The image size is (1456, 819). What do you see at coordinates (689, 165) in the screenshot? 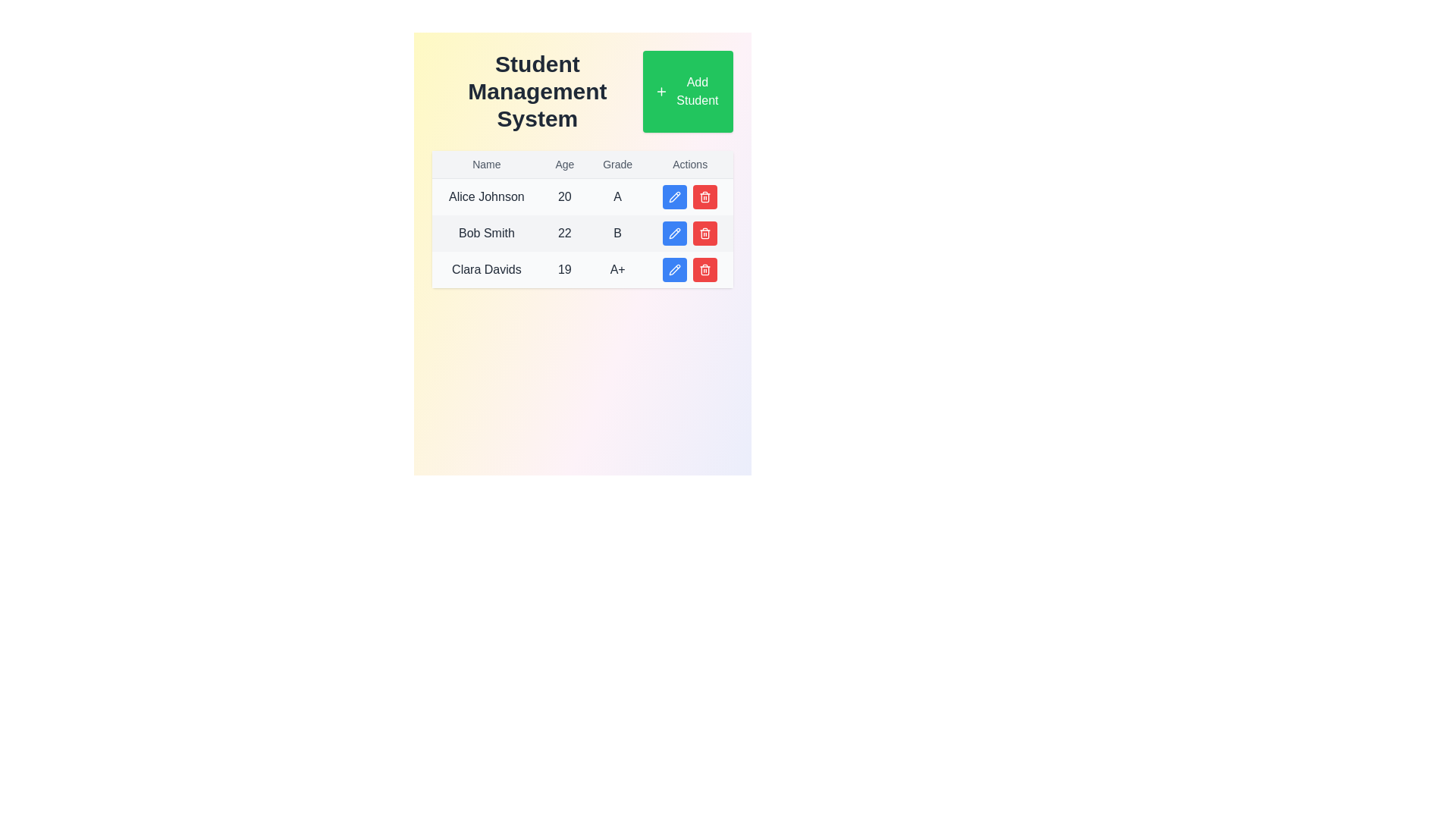
I see `the header label for the 'Actions' column in the table, which is positioned as the fourth column following the 'Grade' column` at bounding box center [689, 165].